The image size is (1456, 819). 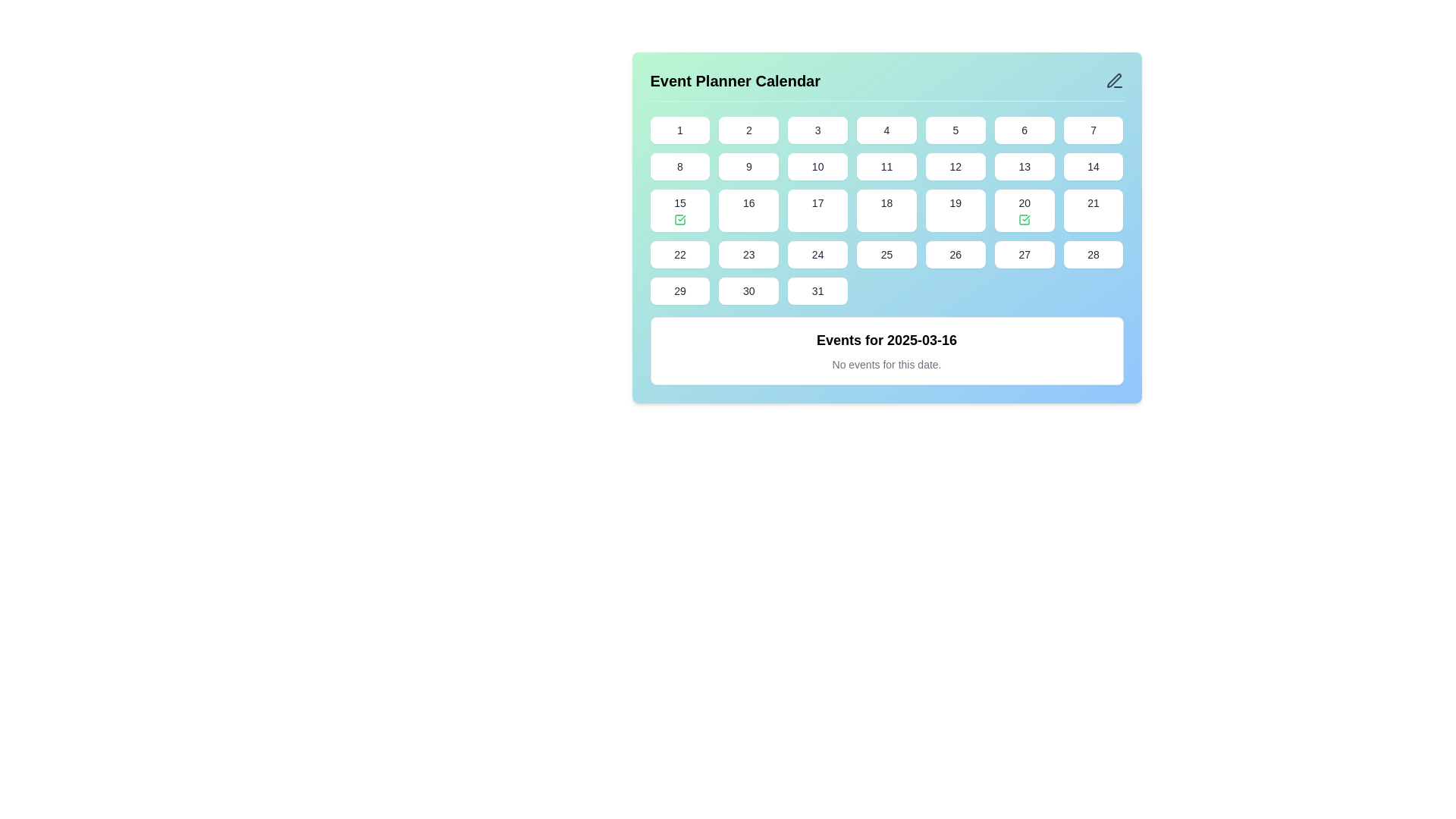 What do you see at coordinates (955, 253) in the screenshot?
I see `the button displaying '26' in the calendar grid` at bounding box center [955, 253].